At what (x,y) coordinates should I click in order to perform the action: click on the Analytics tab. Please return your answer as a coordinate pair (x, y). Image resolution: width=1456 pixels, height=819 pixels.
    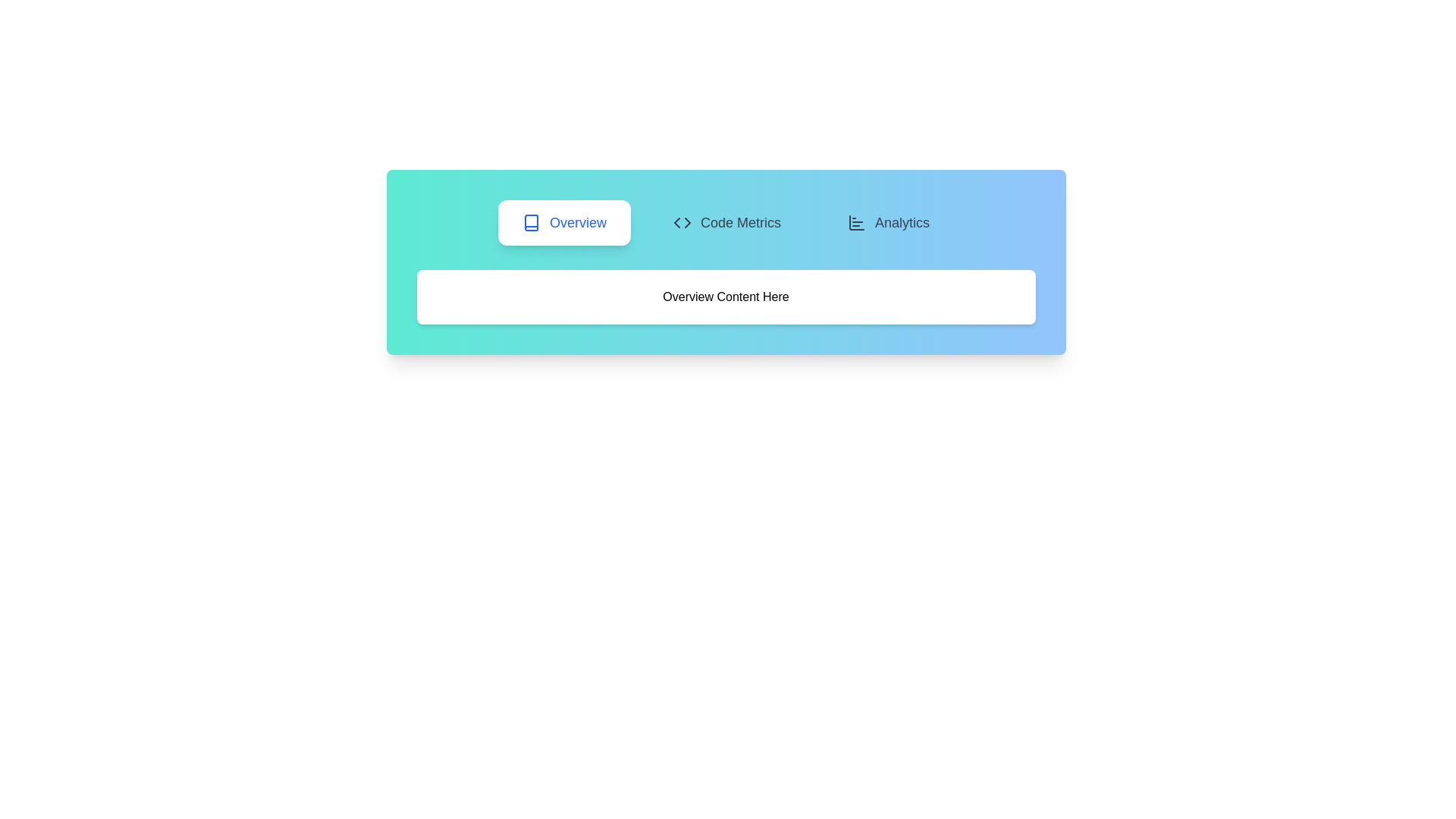
    Looking at the image, I should click on (888, 222).